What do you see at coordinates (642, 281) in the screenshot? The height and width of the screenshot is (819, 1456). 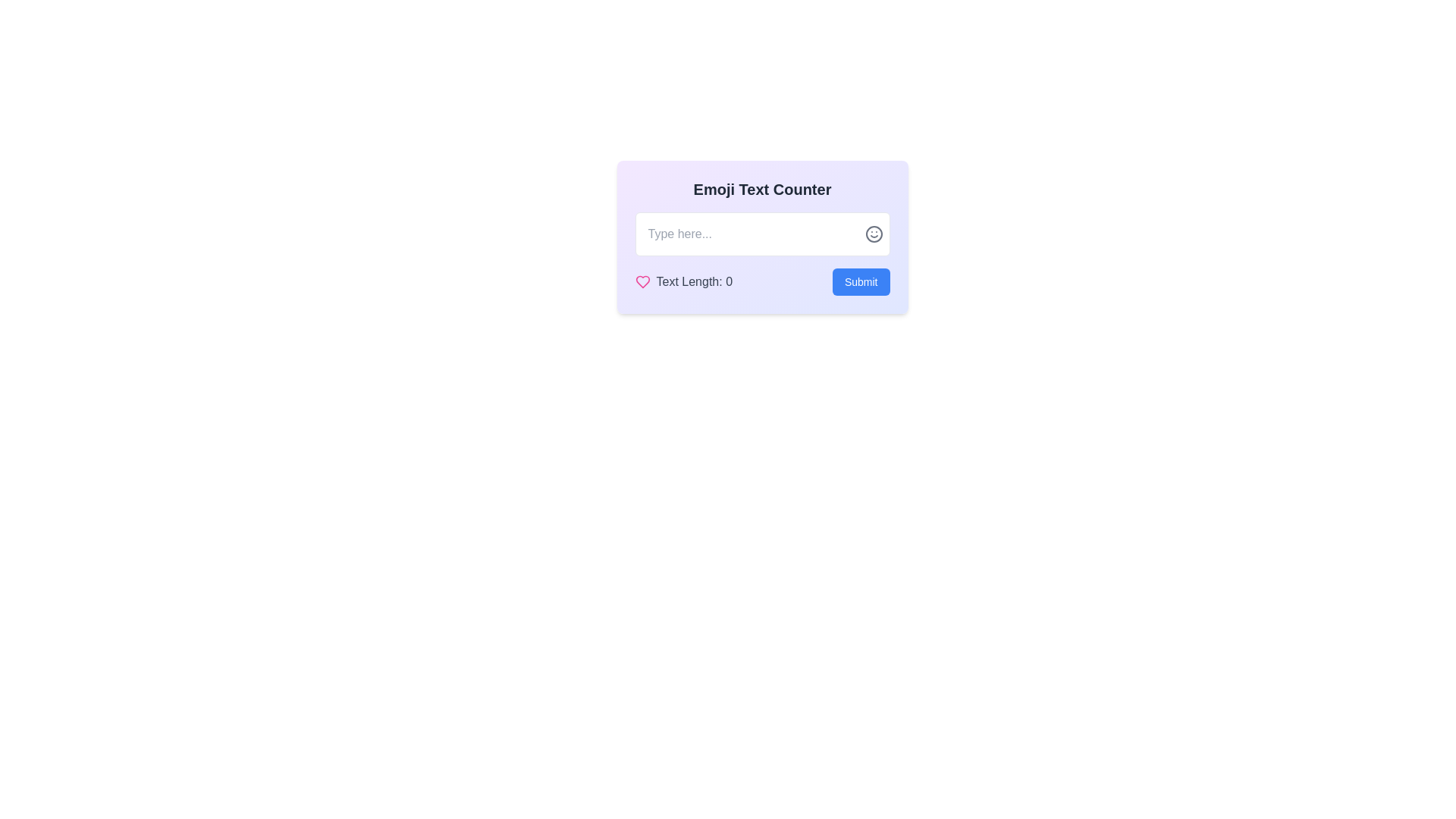 I see `the decorative or symbolic icon representing love or affection in the 'Emoji Text Counter' interface, located slightly to the left of the 'Type here...' input box` at bounding box center [642, 281].